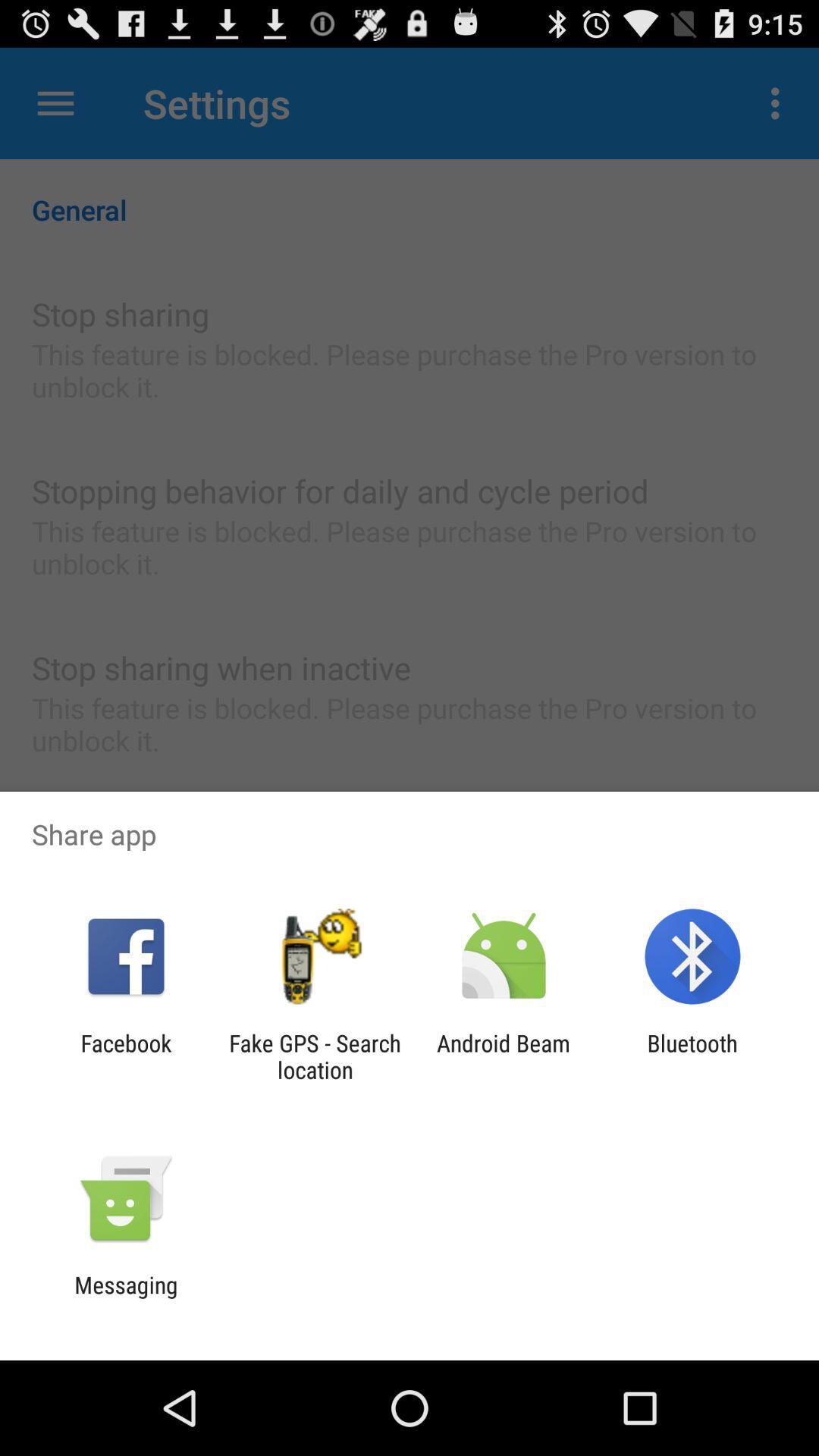  What do you see at coordinates (504, 1056) in the screenshot?
I see `item next to the fake gps search app` at bounding box center [504, 1056].